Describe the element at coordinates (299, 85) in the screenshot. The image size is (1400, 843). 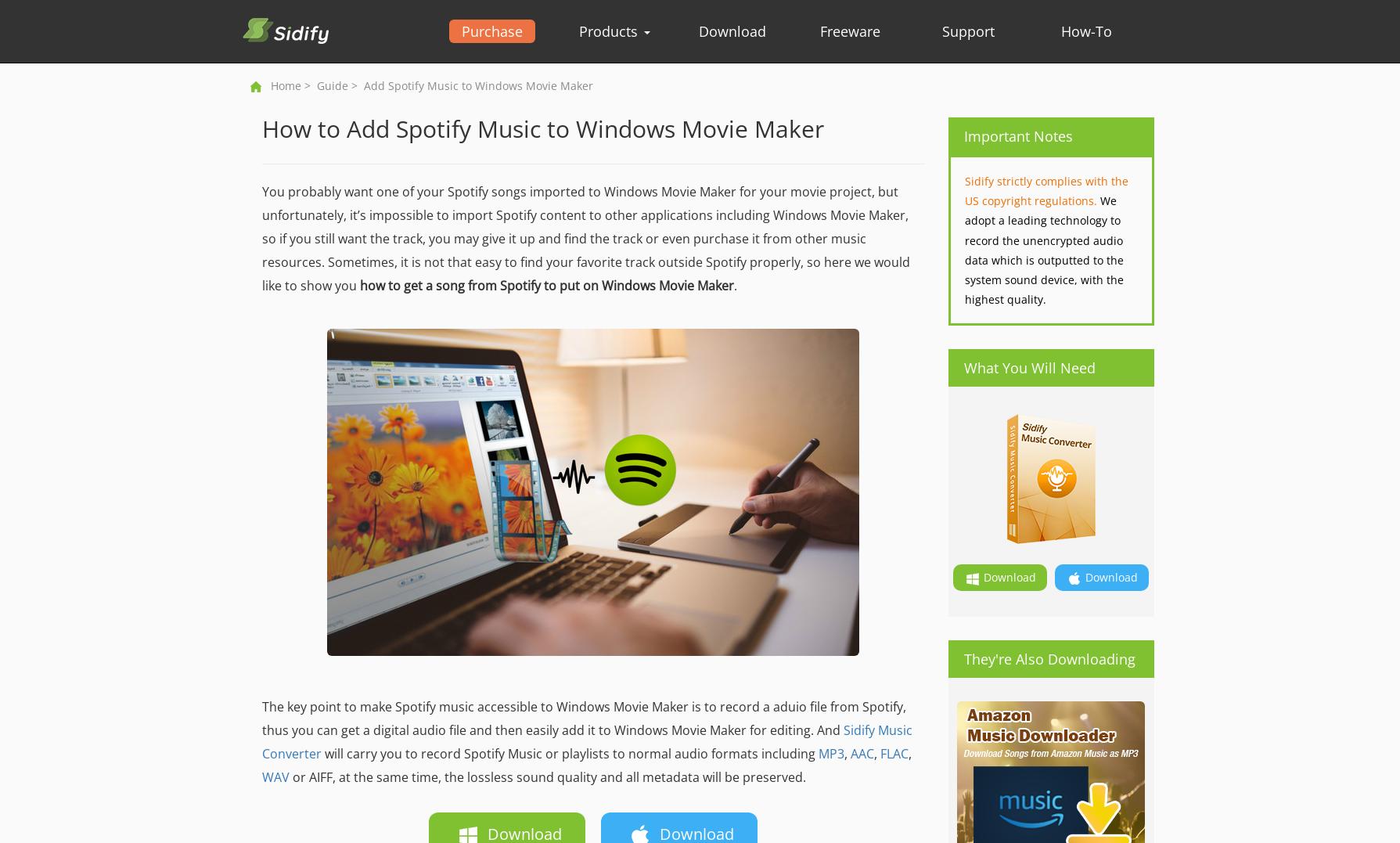
I see `'>'` at that location.